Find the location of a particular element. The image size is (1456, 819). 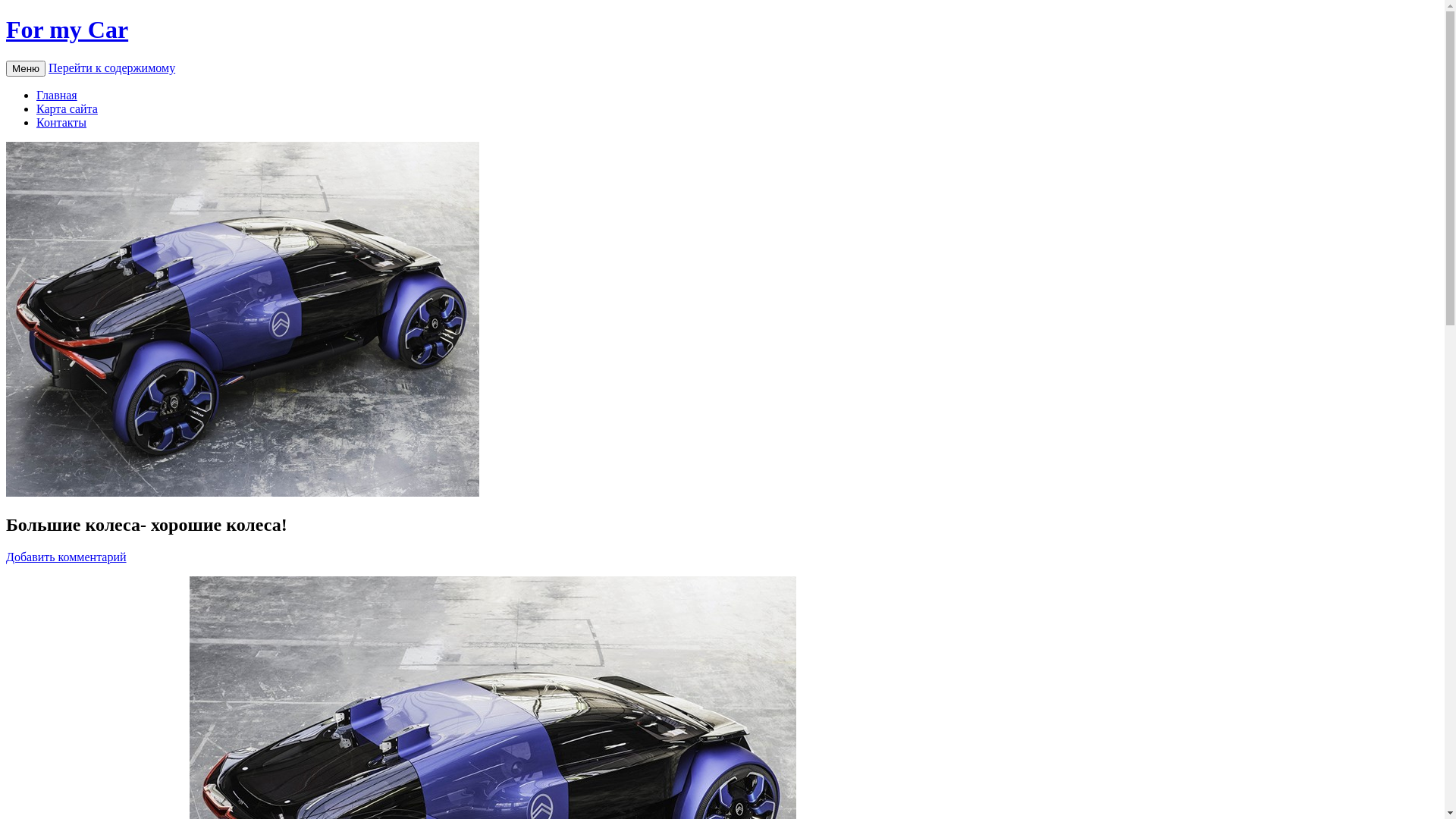

'For my Car' is located at coordinates (66, 29).